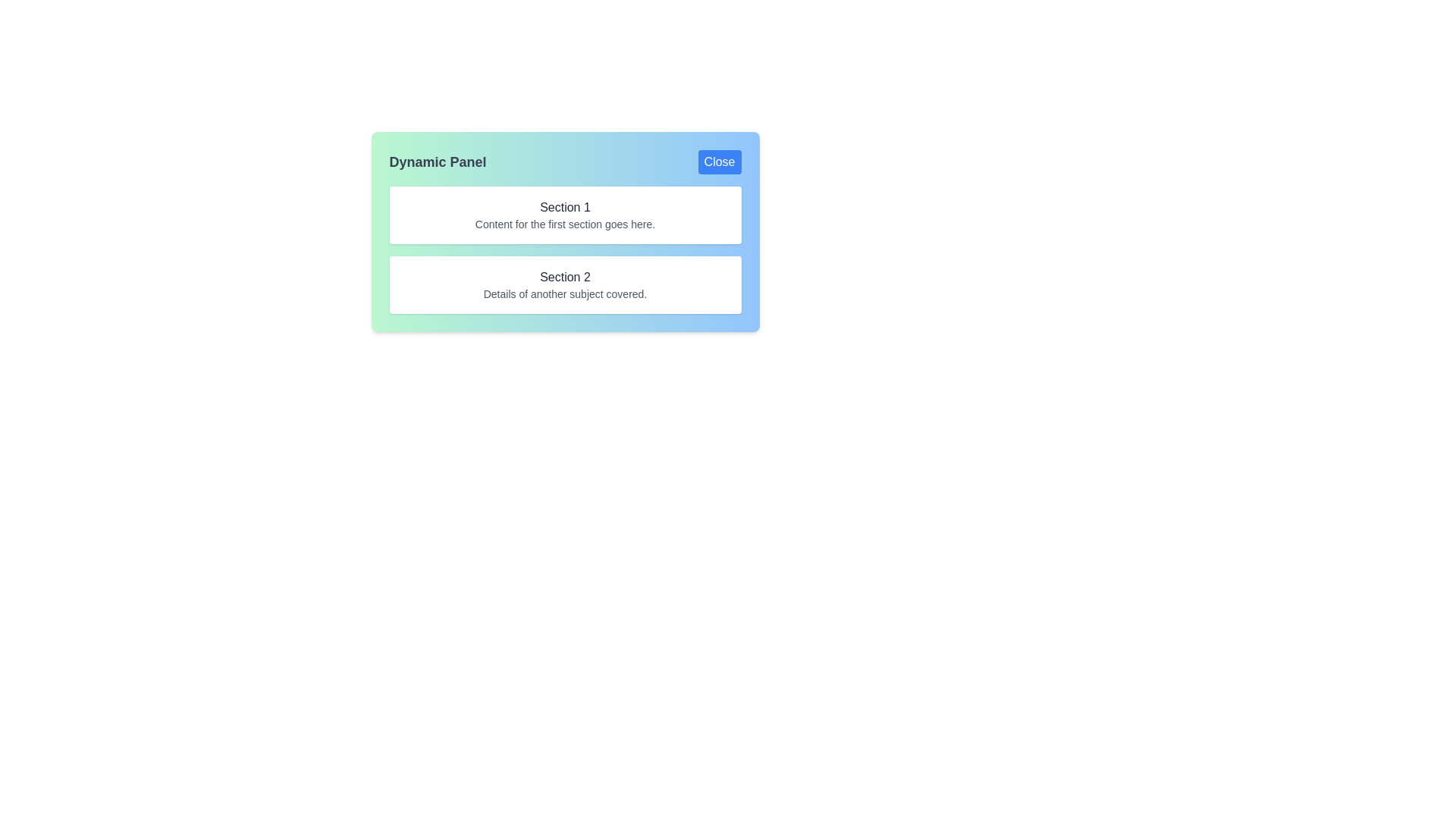  I want to click on the 'Close' button located in the top-right corner of the 'Dynamic Panel', which has white text on a blue background and a rounded design, so click(719, 162).